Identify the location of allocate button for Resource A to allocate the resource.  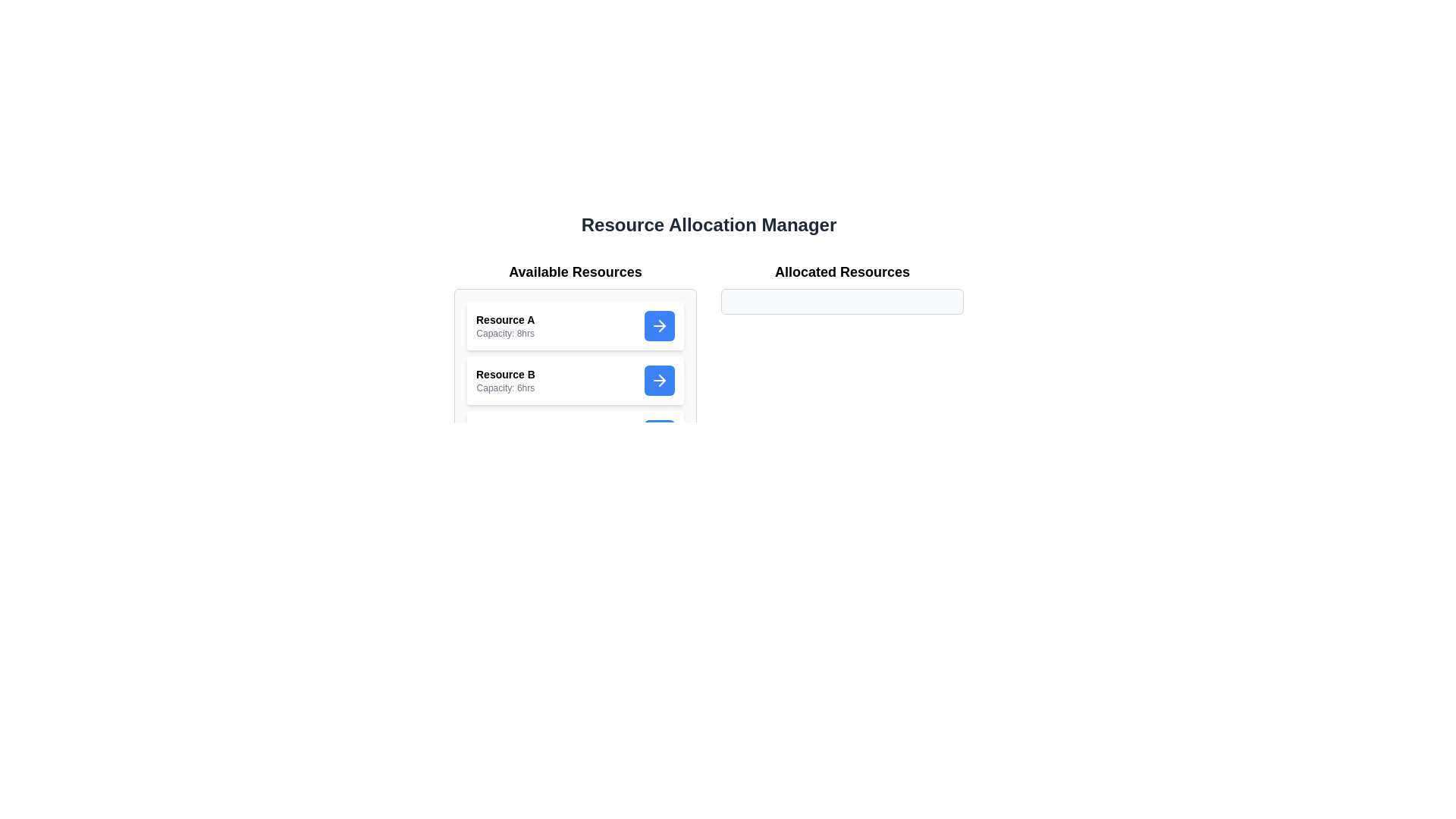
(659, 325).